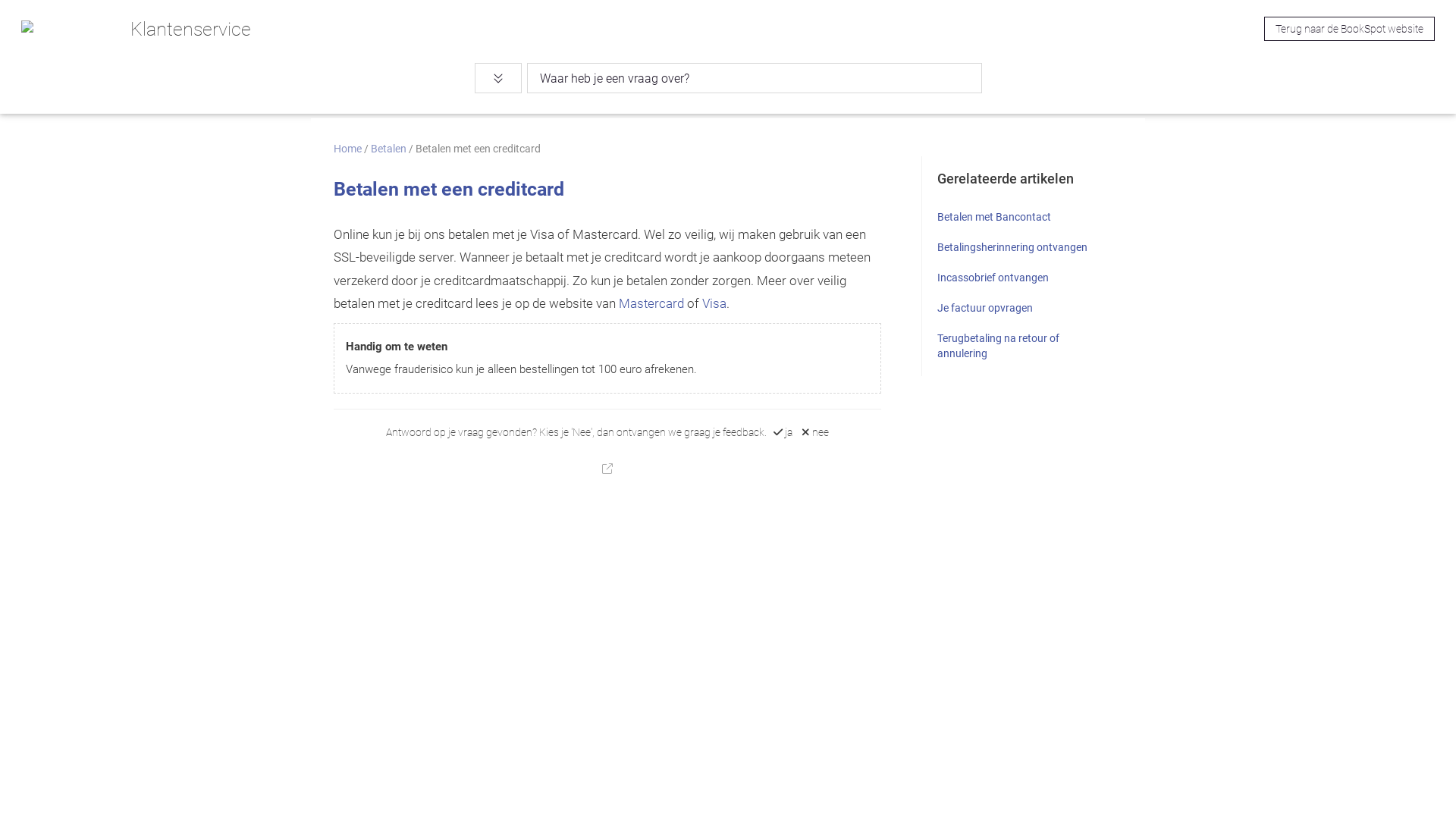 The width and height of the screenshot is (1456, 819). Describe the element at coordinates (998, 345) in the screenshot. I see `'Terugbetaling na retour of annulering'` at that location.